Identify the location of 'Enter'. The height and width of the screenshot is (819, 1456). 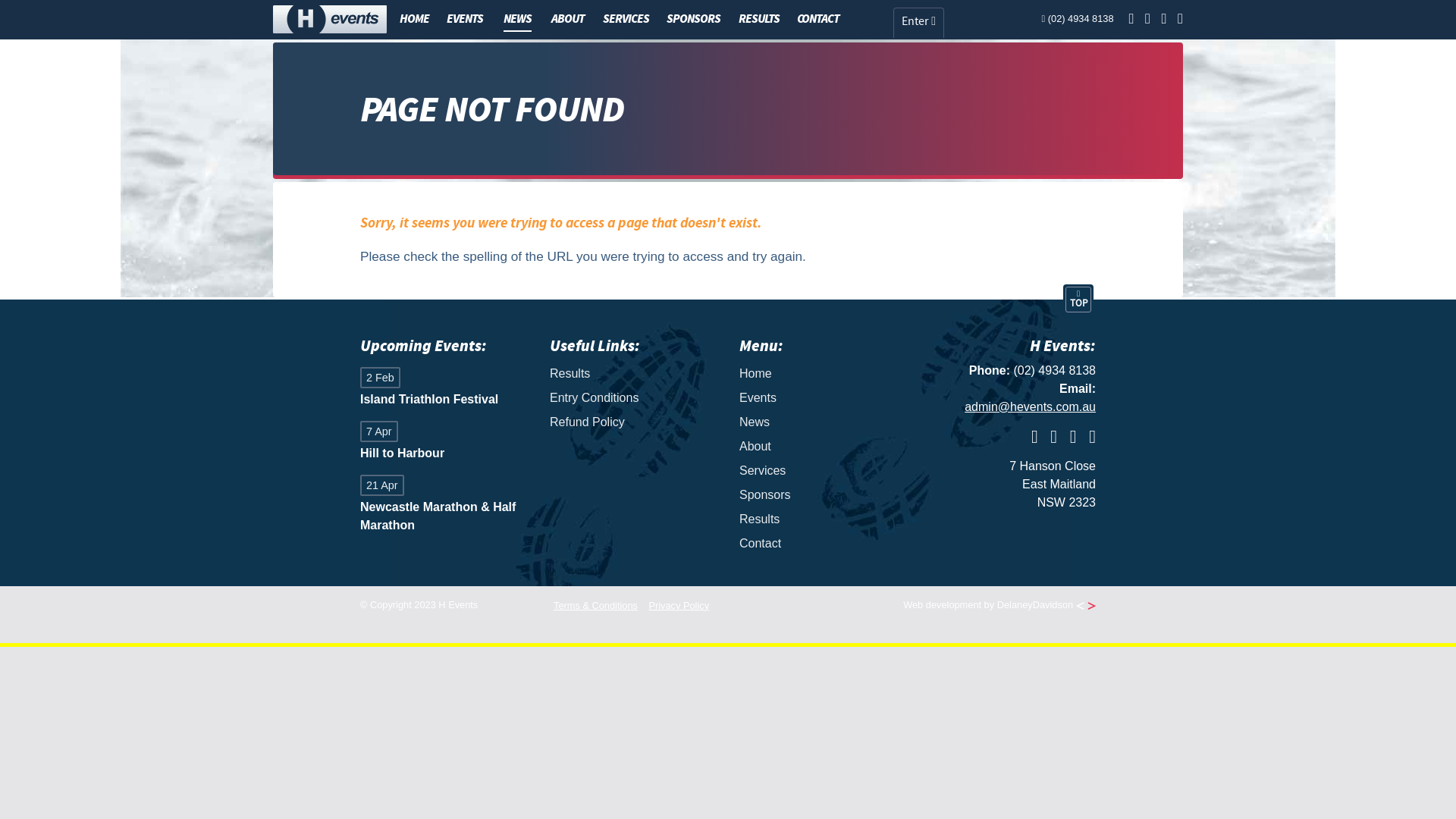
(918, 23).